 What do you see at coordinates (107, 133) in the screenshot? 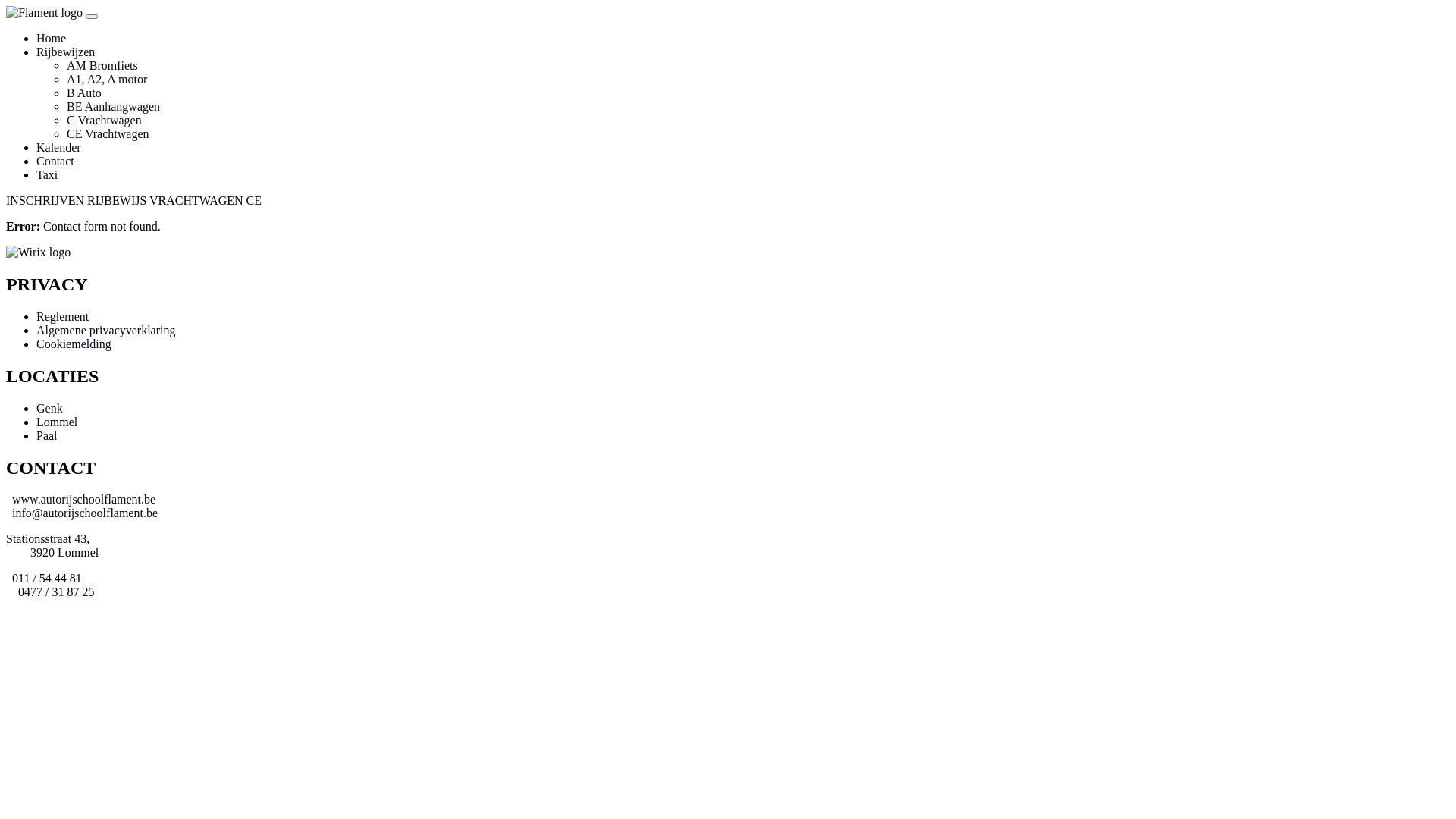
I see `'CE Vrachtwagen'` at bounding box center [107, 133].